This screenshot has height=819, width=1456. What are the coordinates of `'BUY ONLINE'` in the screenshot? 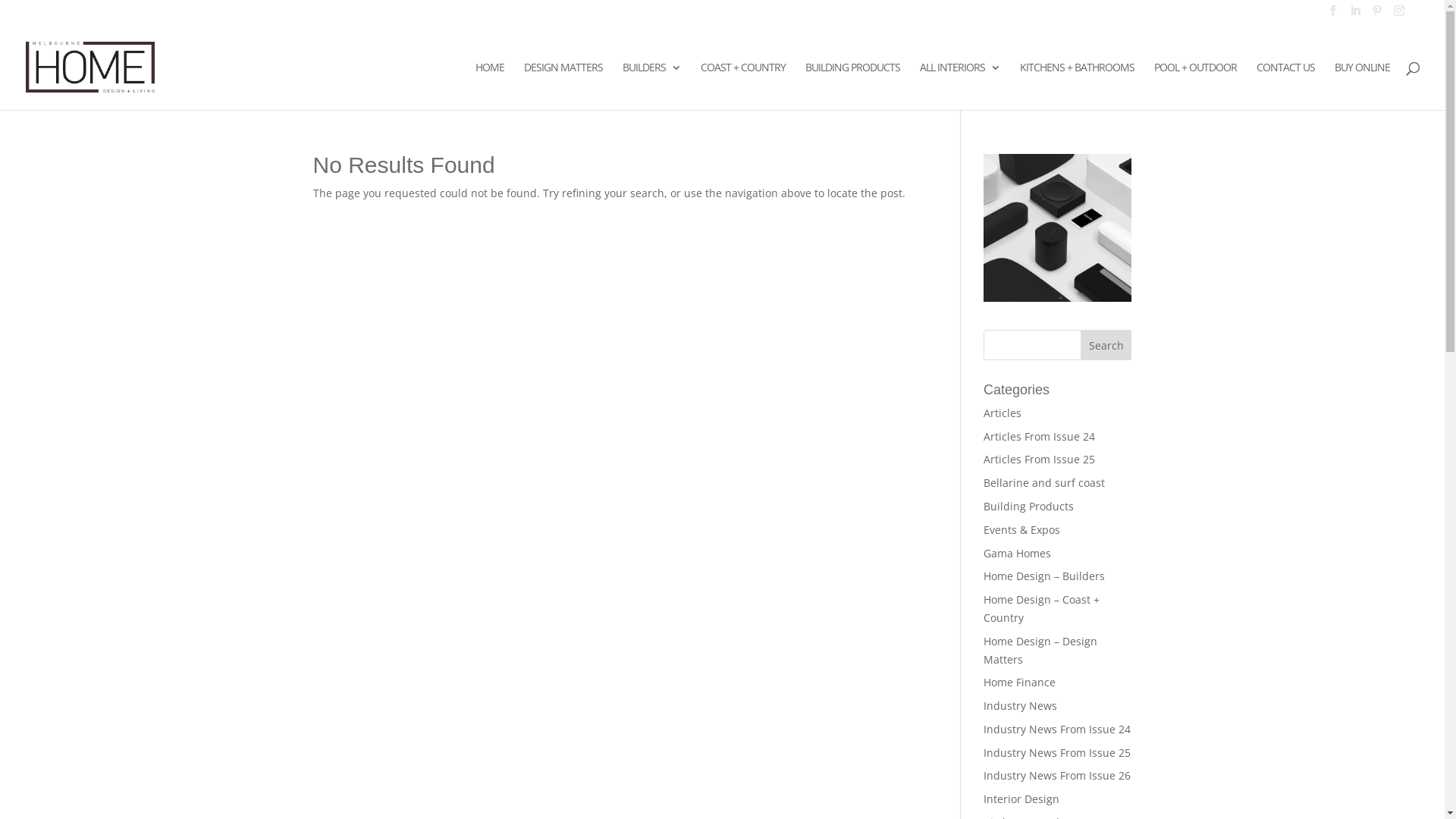 It's located at (1362, 86).